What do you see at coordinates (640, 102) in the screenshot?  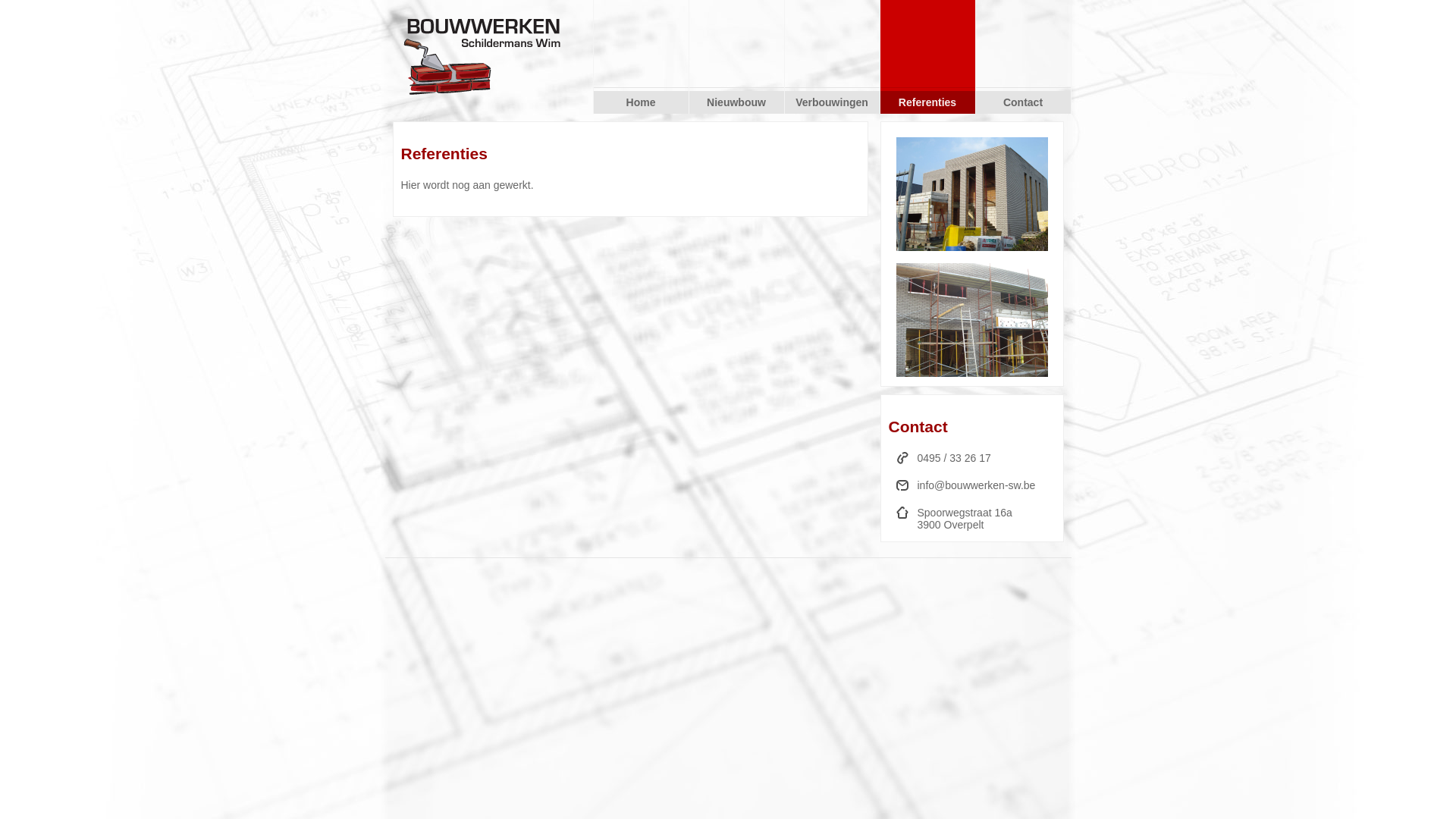 I see `'Home'` at bounding box center [640, 102].